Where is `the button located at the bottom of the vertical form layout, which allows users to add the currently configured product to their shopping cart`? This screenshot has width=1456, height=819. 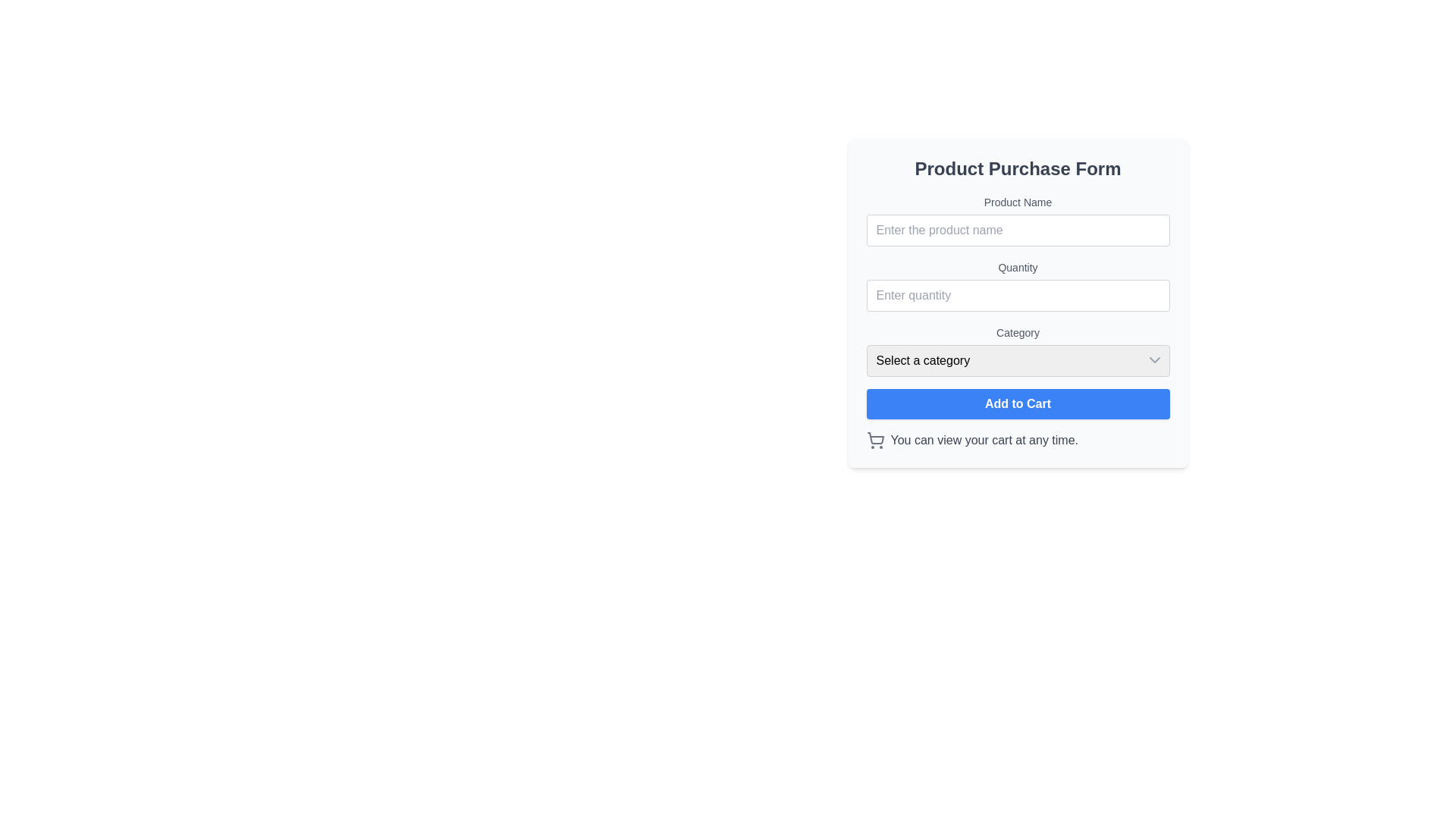
the button located at the bottom of the vertical form layout, which allows users to add the currently configured product to their shopping cart is located at coordinates (1018, 403).